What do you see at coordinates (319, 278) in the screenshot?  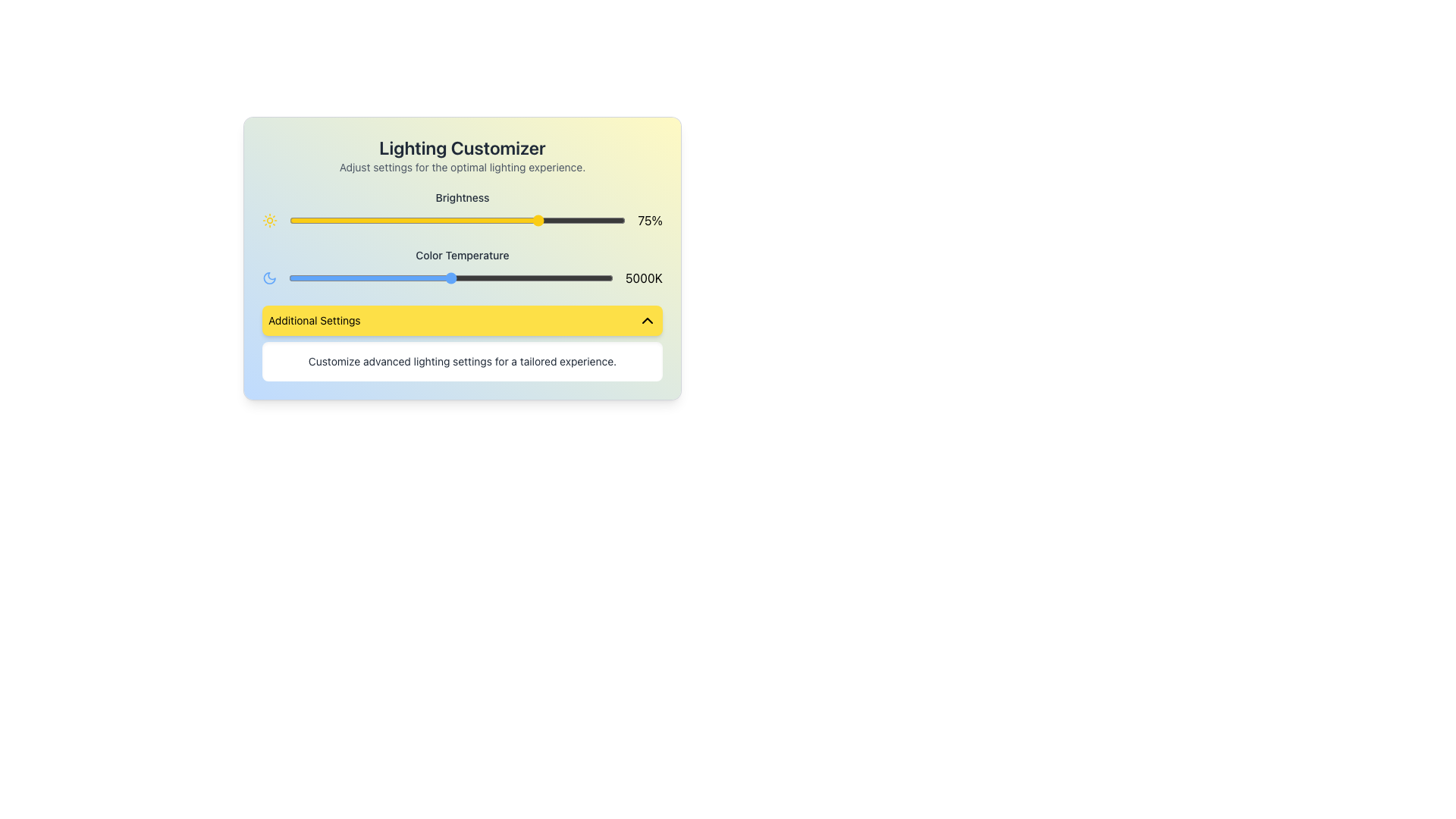 I see `the color temperature` at bounding box center [319, 278].